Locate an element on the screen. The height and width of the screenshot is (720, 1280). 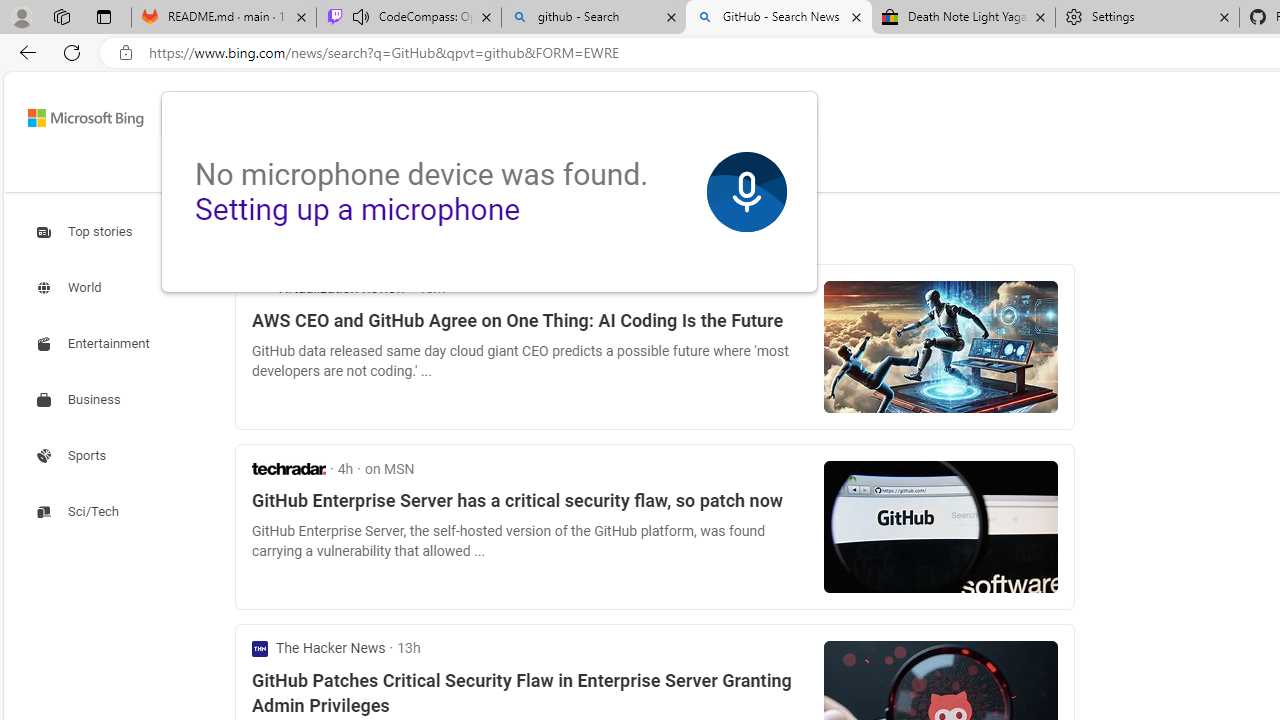
'Stop listening' is located at coordinates (745, 192).